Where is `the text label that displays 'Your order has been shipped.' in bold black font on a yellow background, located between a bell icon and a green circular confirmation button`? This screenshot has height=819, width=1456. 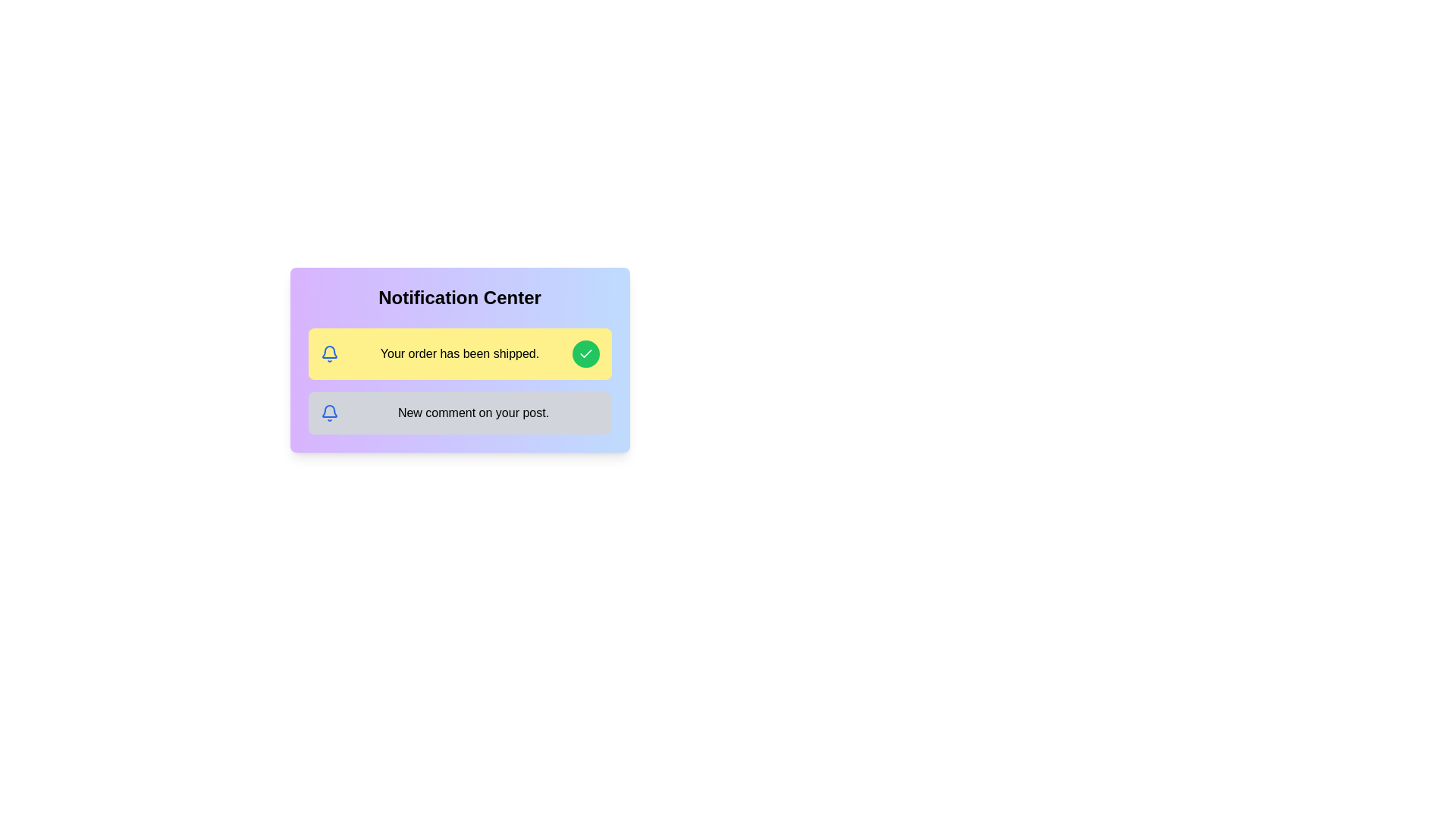
the text label that displays 'Your order has been shipped.' in bold black font on a yellow background, located between a bell icon and a green circular confirmation button is located at coordinates (459, 353).